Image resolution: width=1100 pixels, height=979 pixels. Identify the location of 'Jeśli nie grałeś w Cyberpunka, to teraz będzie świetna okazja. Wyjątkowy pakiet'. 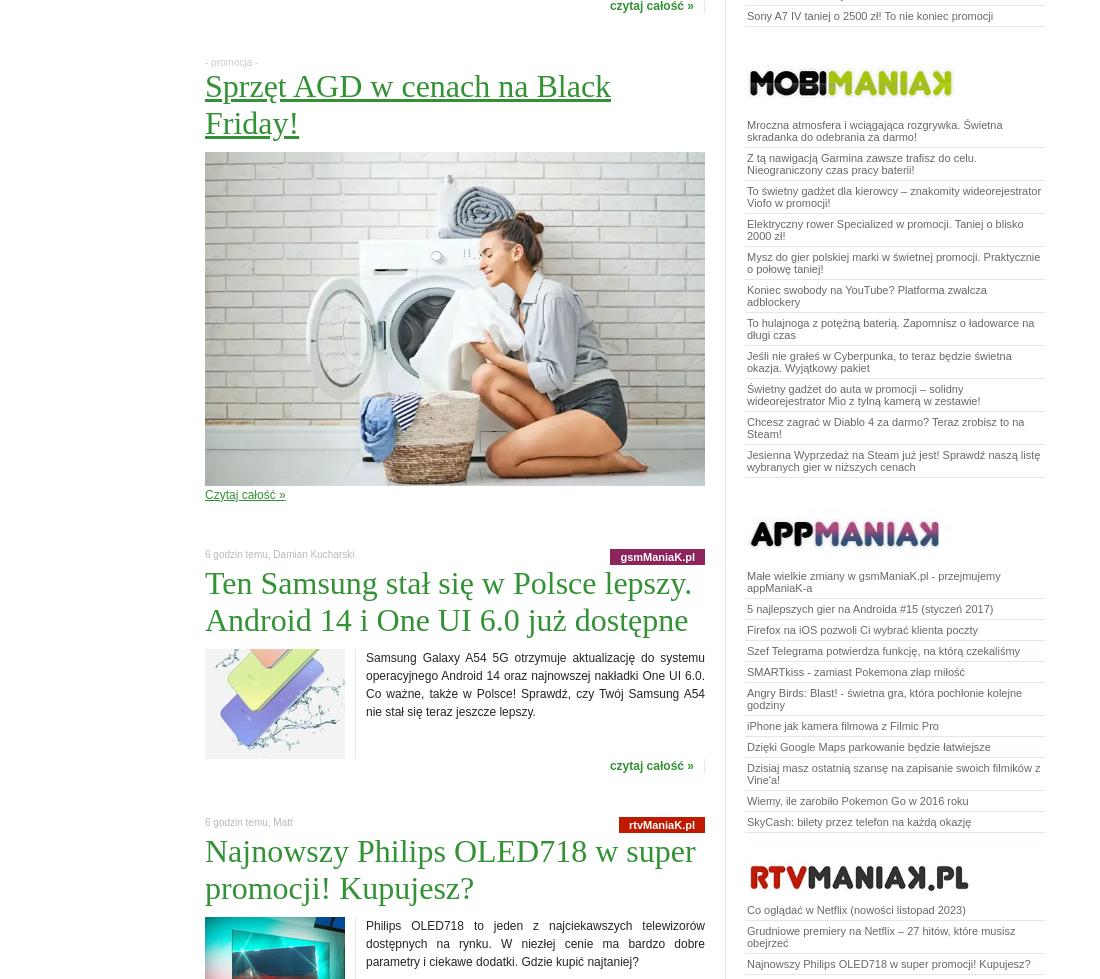
(878, 362).